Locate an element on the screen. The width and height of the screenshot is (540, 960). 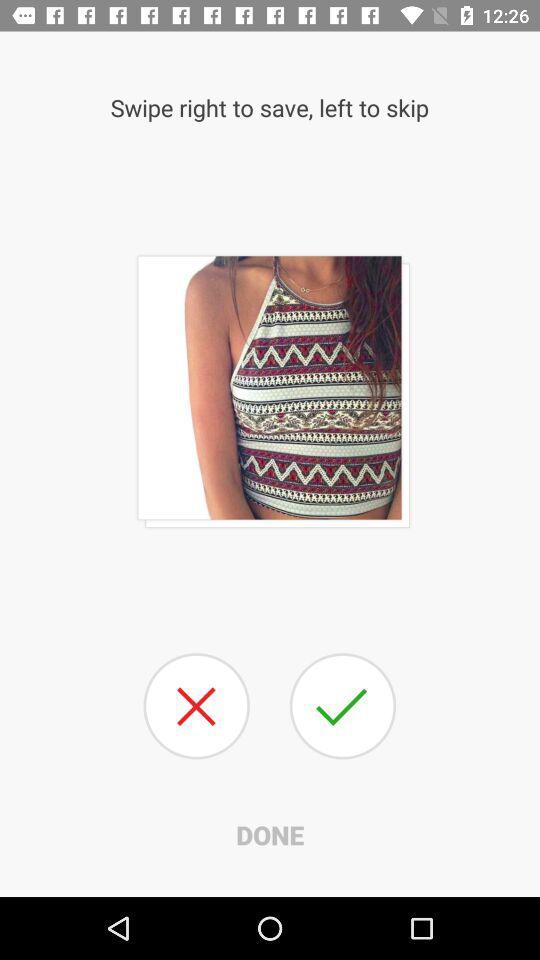
skip the photo is located at coordinates (196, 706).